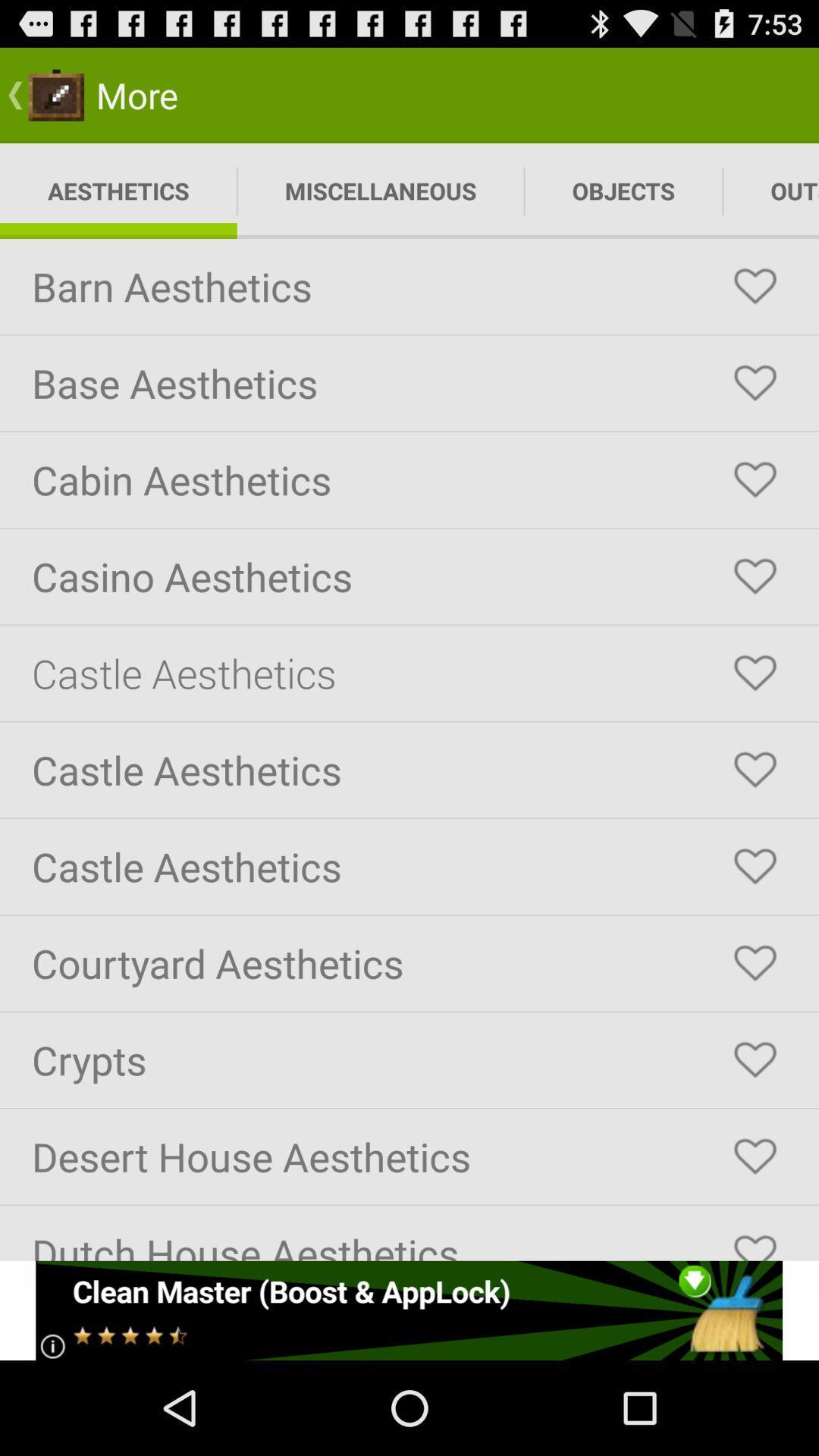 This screenshot has height=1456, width=819. I want to click on favorite, so click(755, 770).